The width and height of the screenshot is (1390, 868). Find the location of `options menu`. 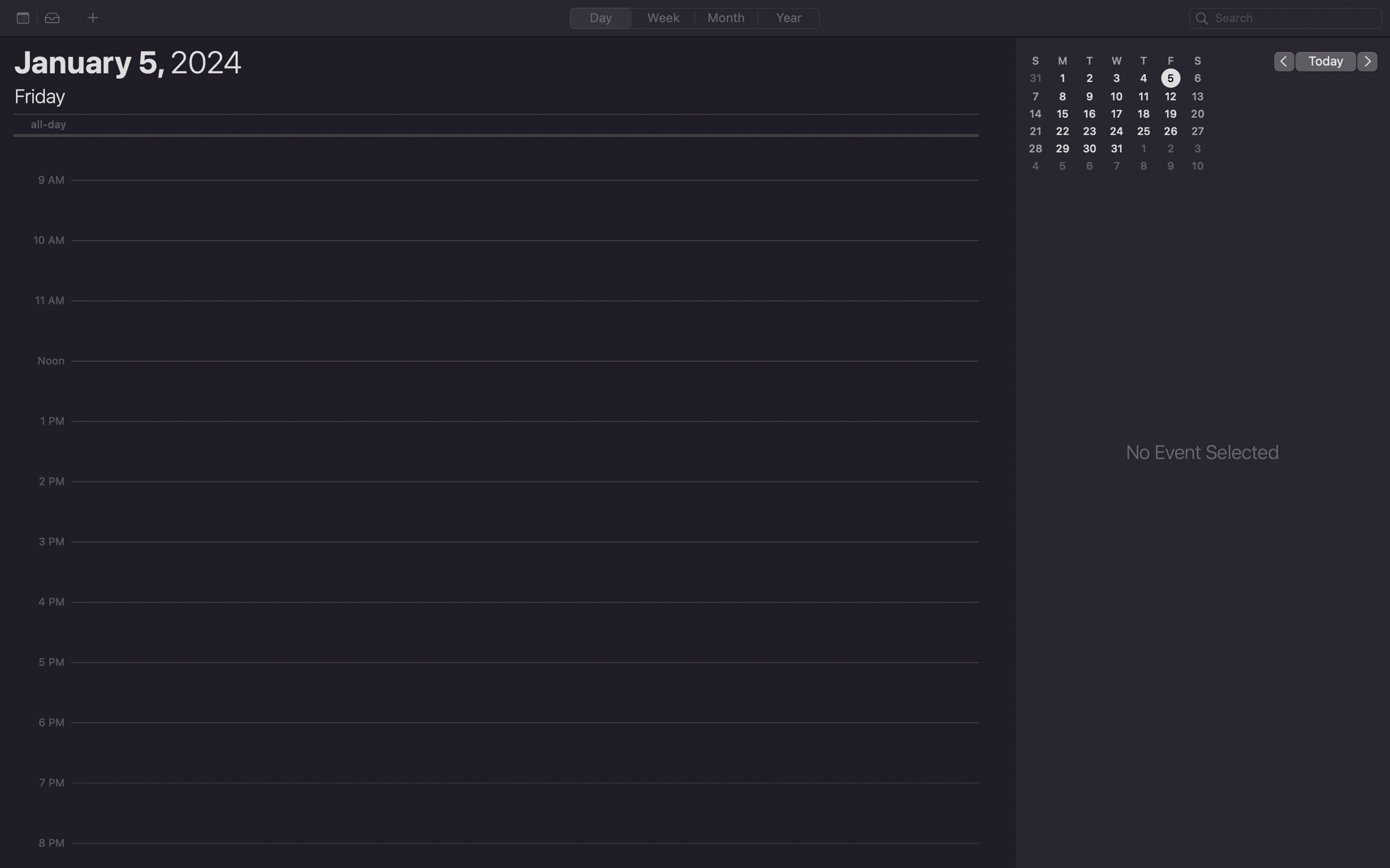

options menu is located at coordinates (22, 17).